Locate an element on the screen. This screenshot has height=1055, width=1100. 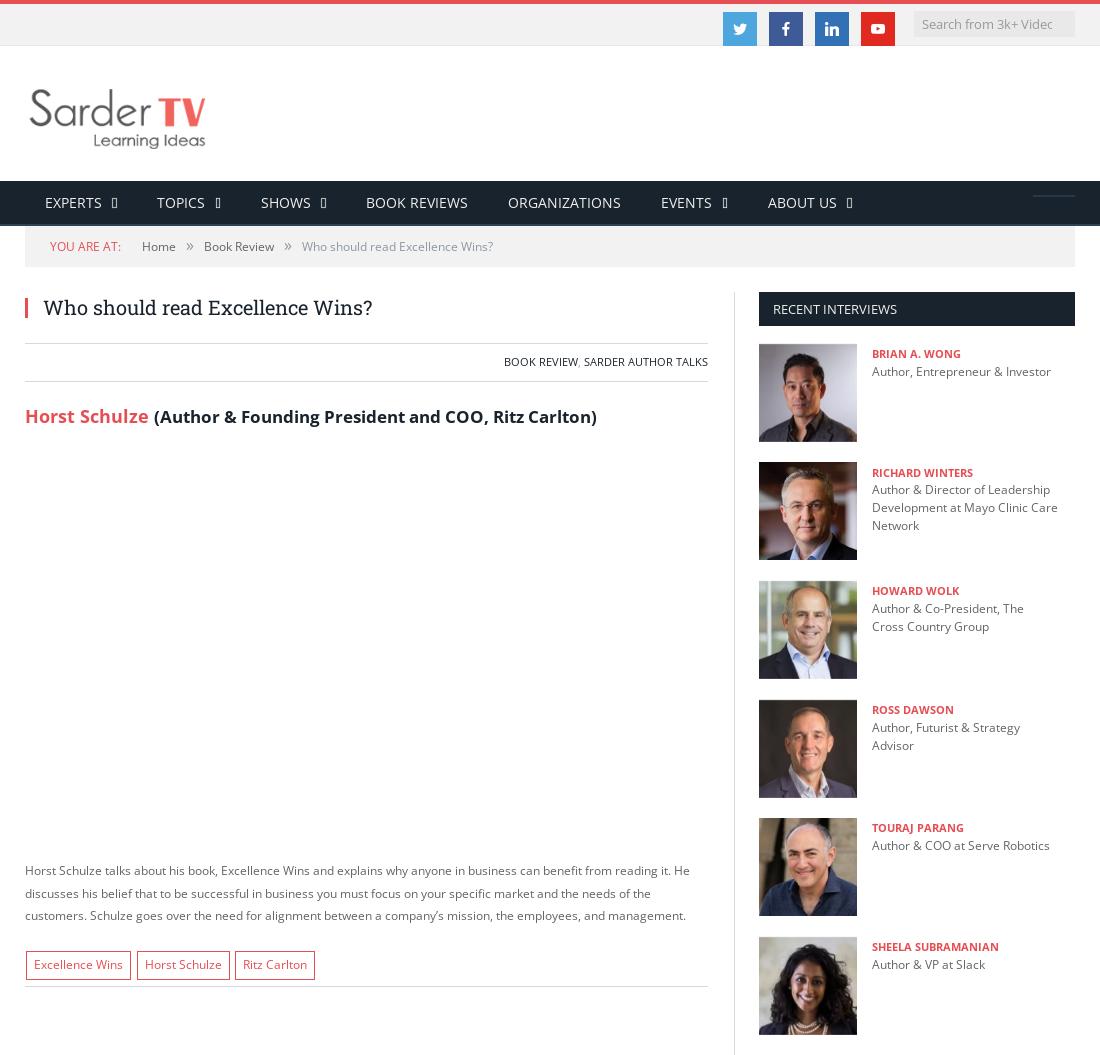
'Sarder Author Talks' is located at coordinates (582, 361).